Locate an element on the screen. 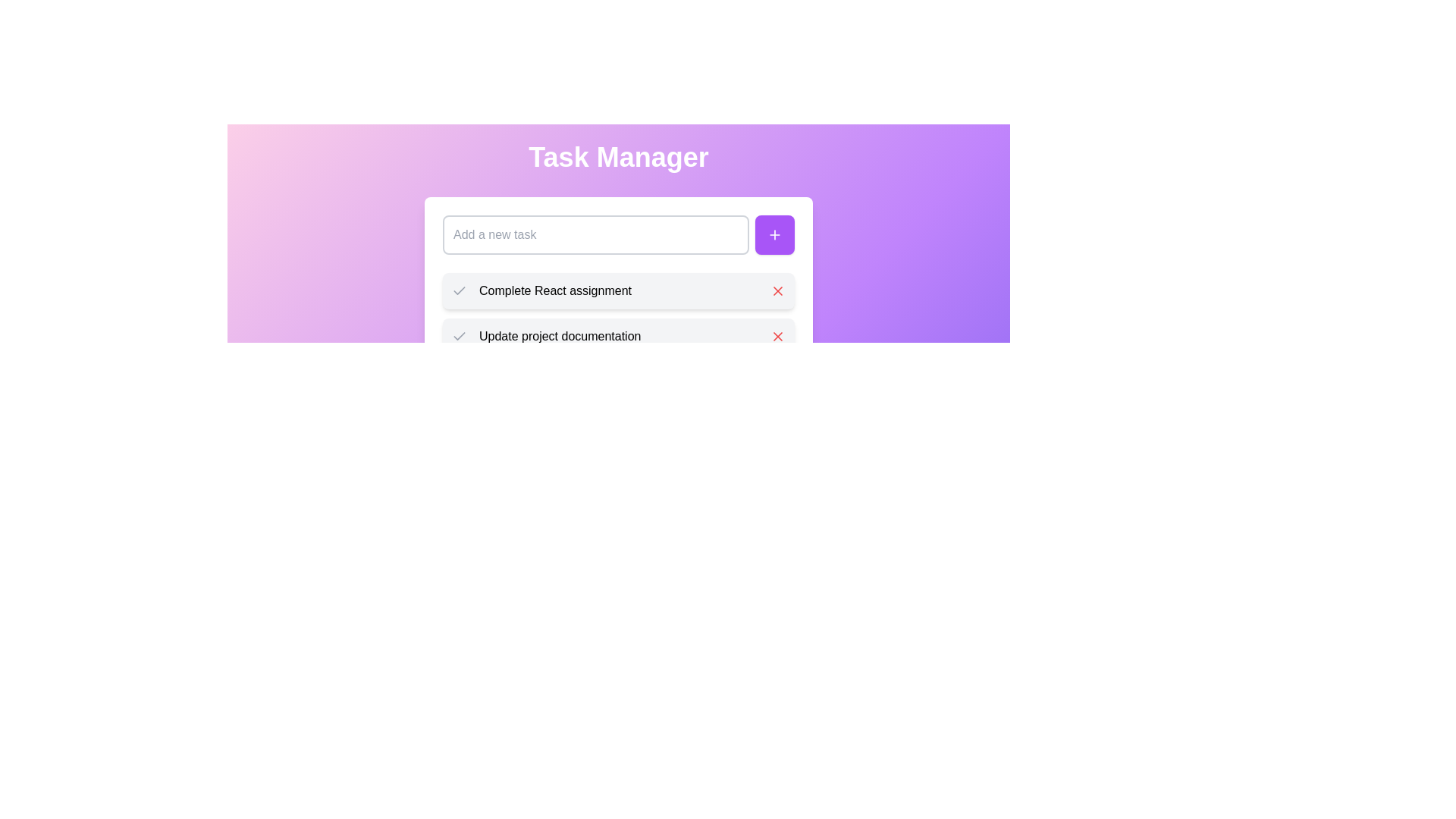 This screenshot has width=1456, height=819. the delete icon represented by an SVG graphic located at the far right of the row containing the task 'Update project documentation' is located at coordinates (778, 335).